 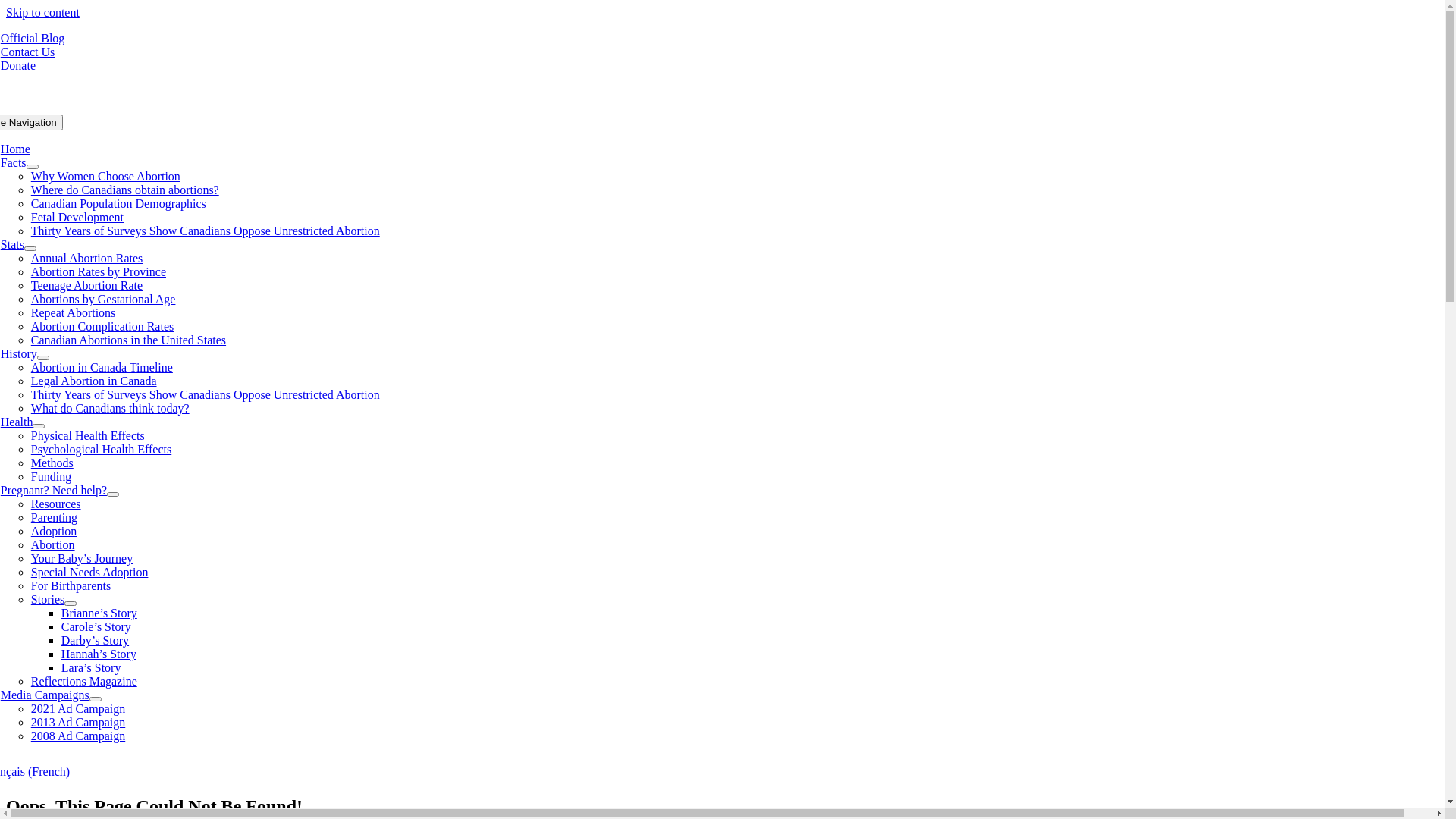 What do you see at coordinates (109, 407) in the screenshot?
I see `'What do Canadians think today?'` at bounding box center [109, 407].